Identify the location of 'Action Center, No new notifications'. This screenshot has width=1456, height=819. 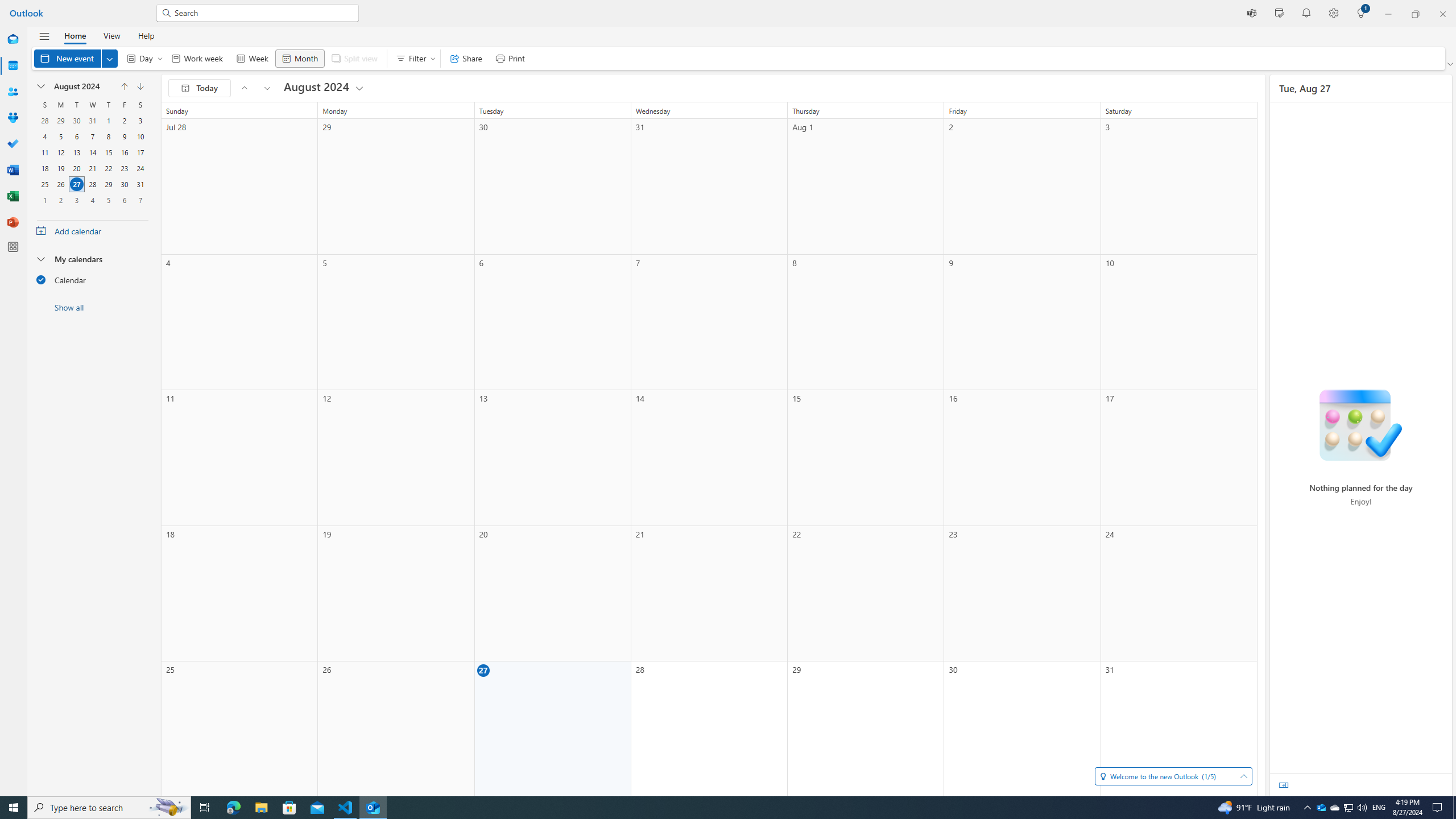
(1439, 806).